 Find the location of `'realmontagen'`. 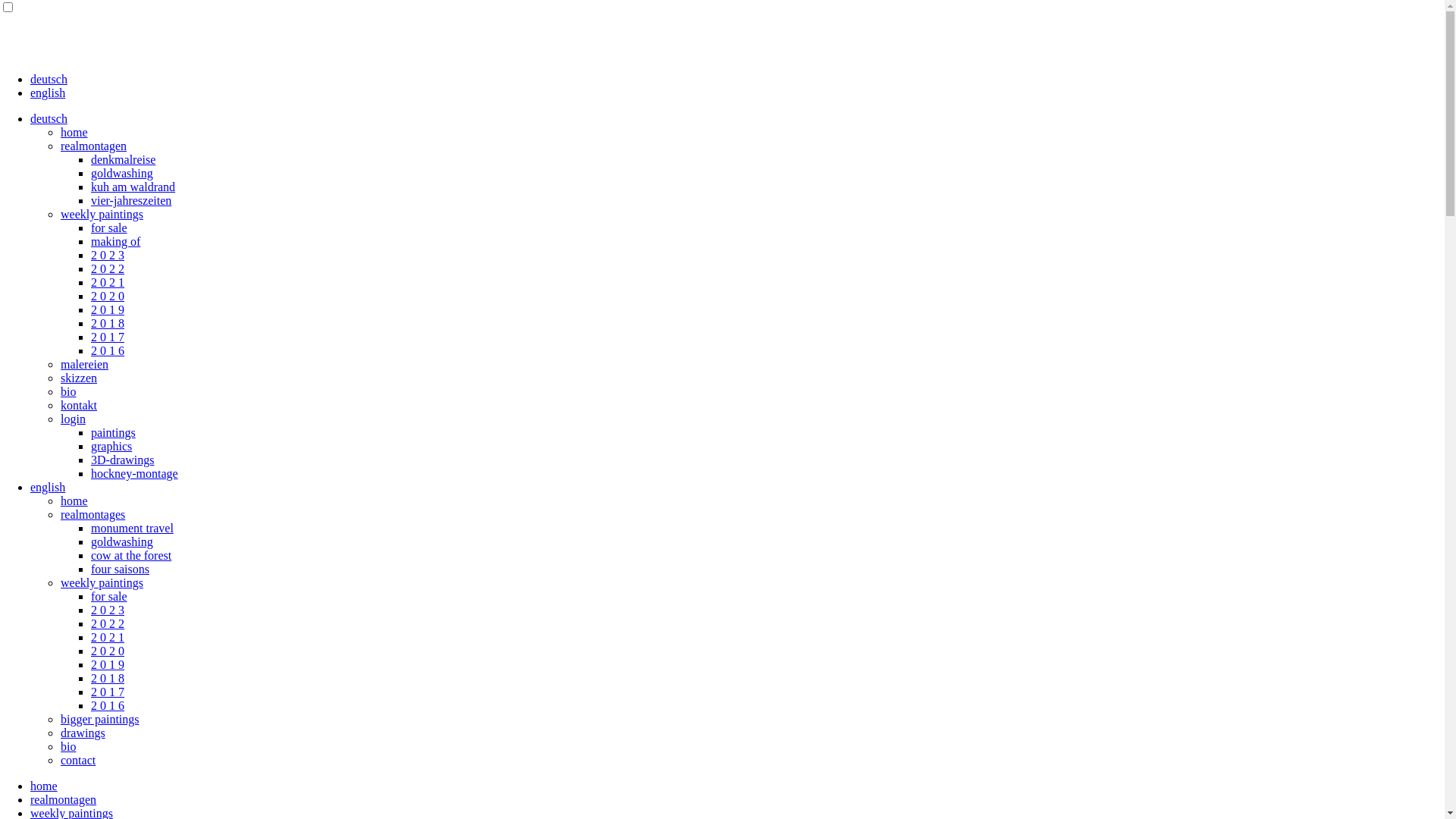

'realmontagen' is located at coordinates (93, 146).